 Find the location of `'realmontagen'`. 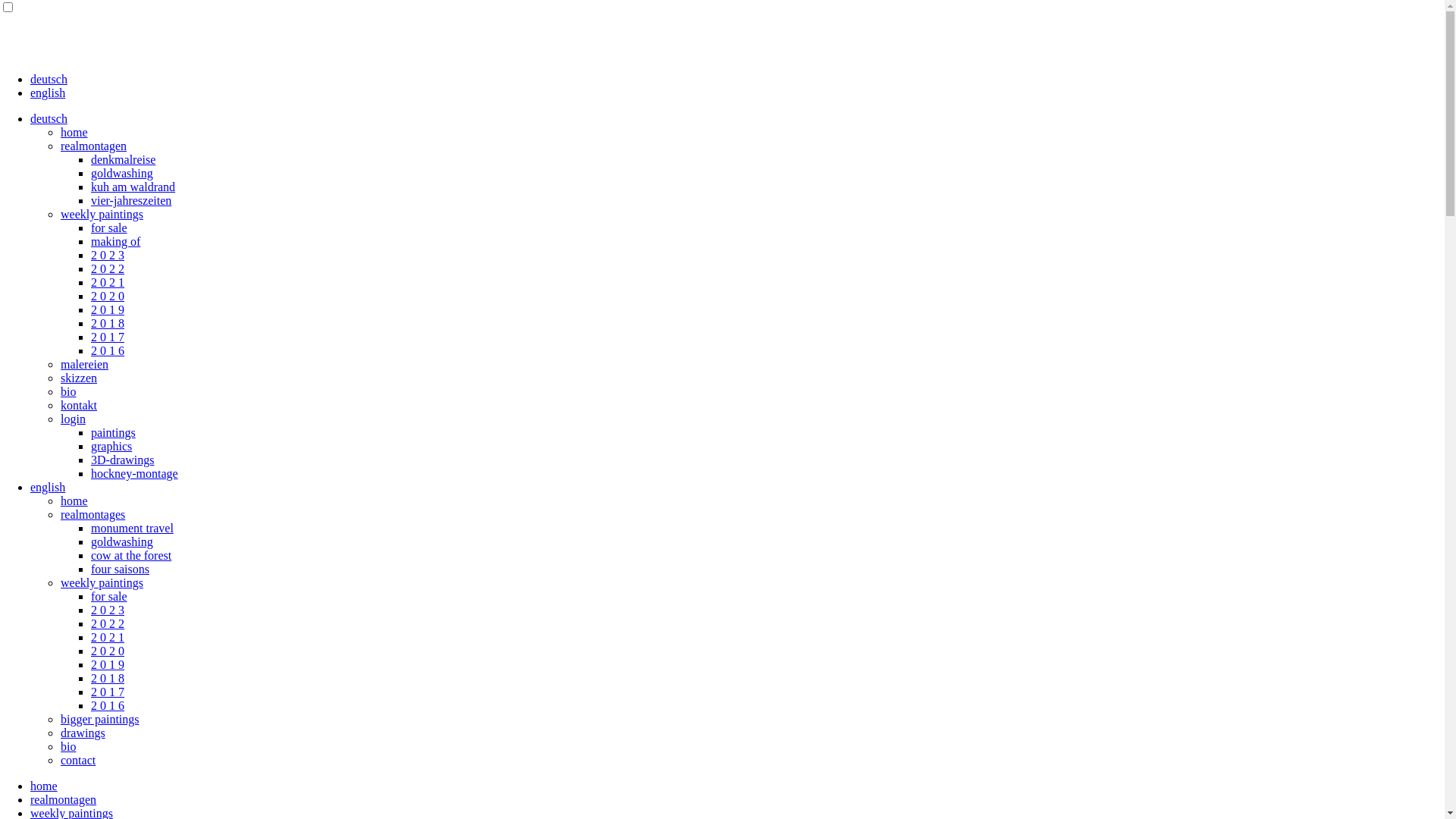

'realmontagen' is located at coordinates (93, 146).